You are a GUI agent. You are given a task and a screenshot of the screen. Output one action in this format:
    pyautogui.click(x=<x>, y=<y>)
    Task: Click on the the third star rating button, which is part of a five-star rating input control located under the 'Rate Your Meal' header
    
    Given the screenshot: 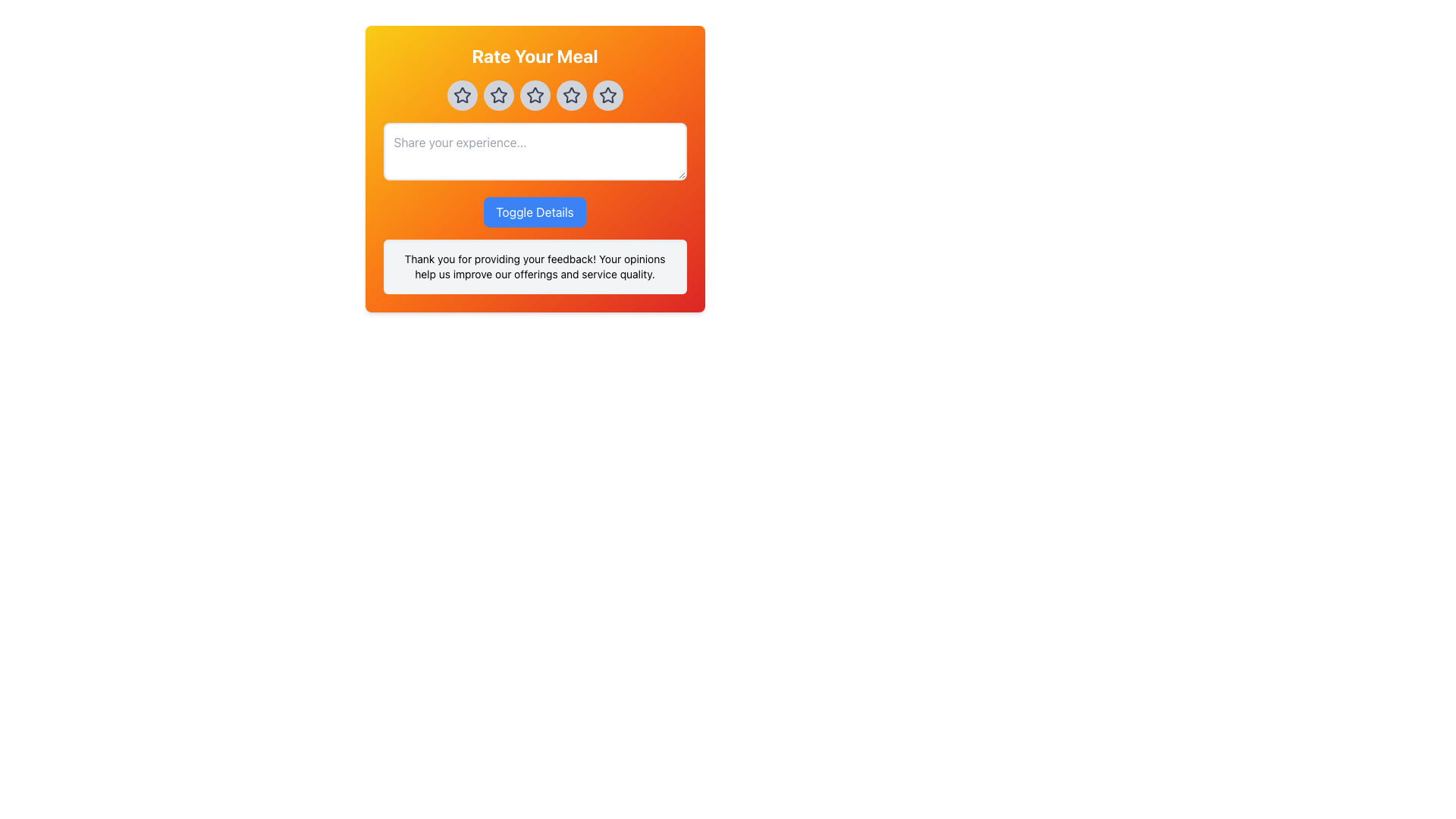 What is the action you would take?
    pyautogui.click(x=498, y=96)
    